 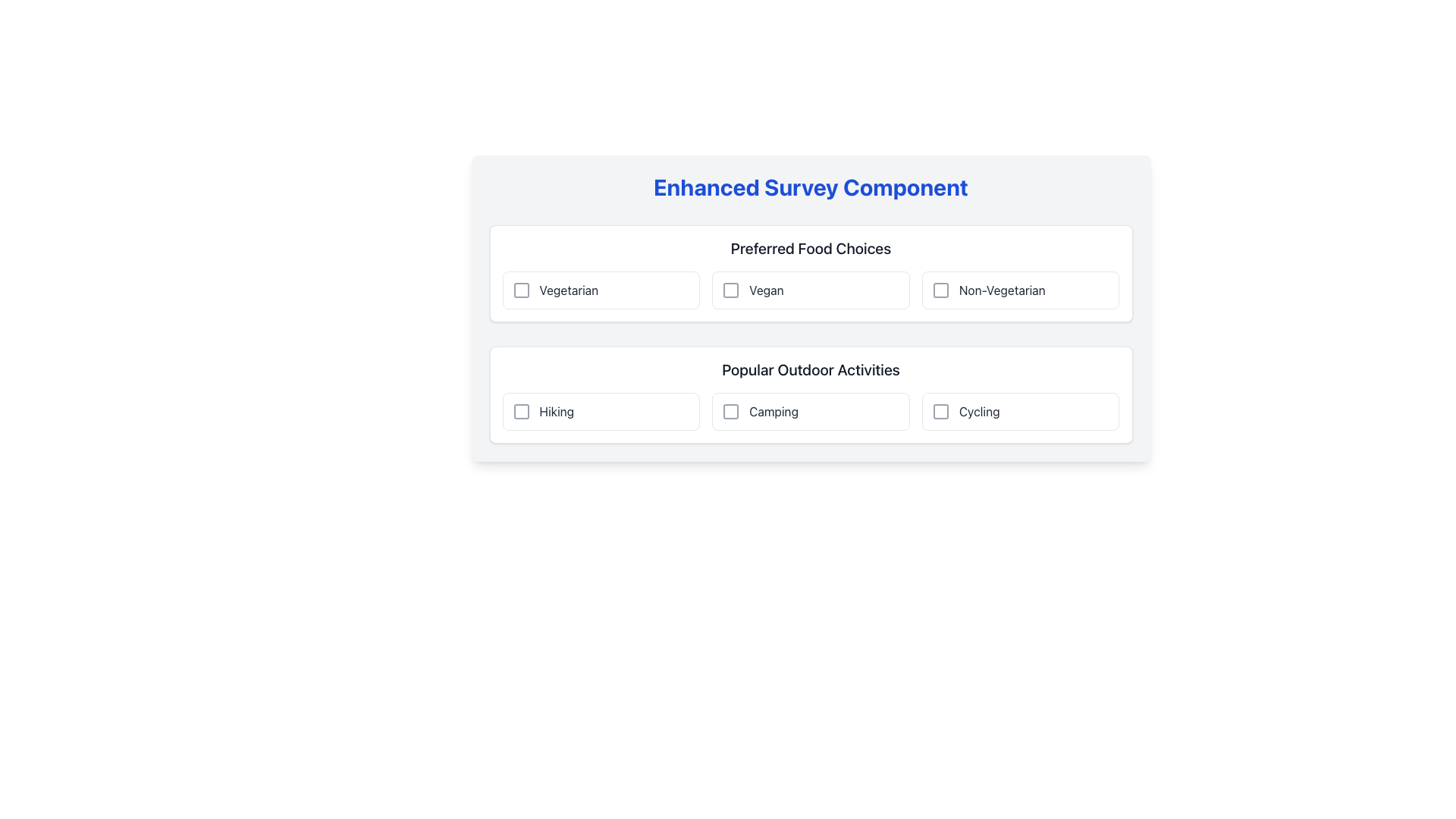 What do you see at coordinates (731, 412) in the screenshot?
I see `the checkbox indicator for the 'Camping' option` at bounding box center [731, 412].